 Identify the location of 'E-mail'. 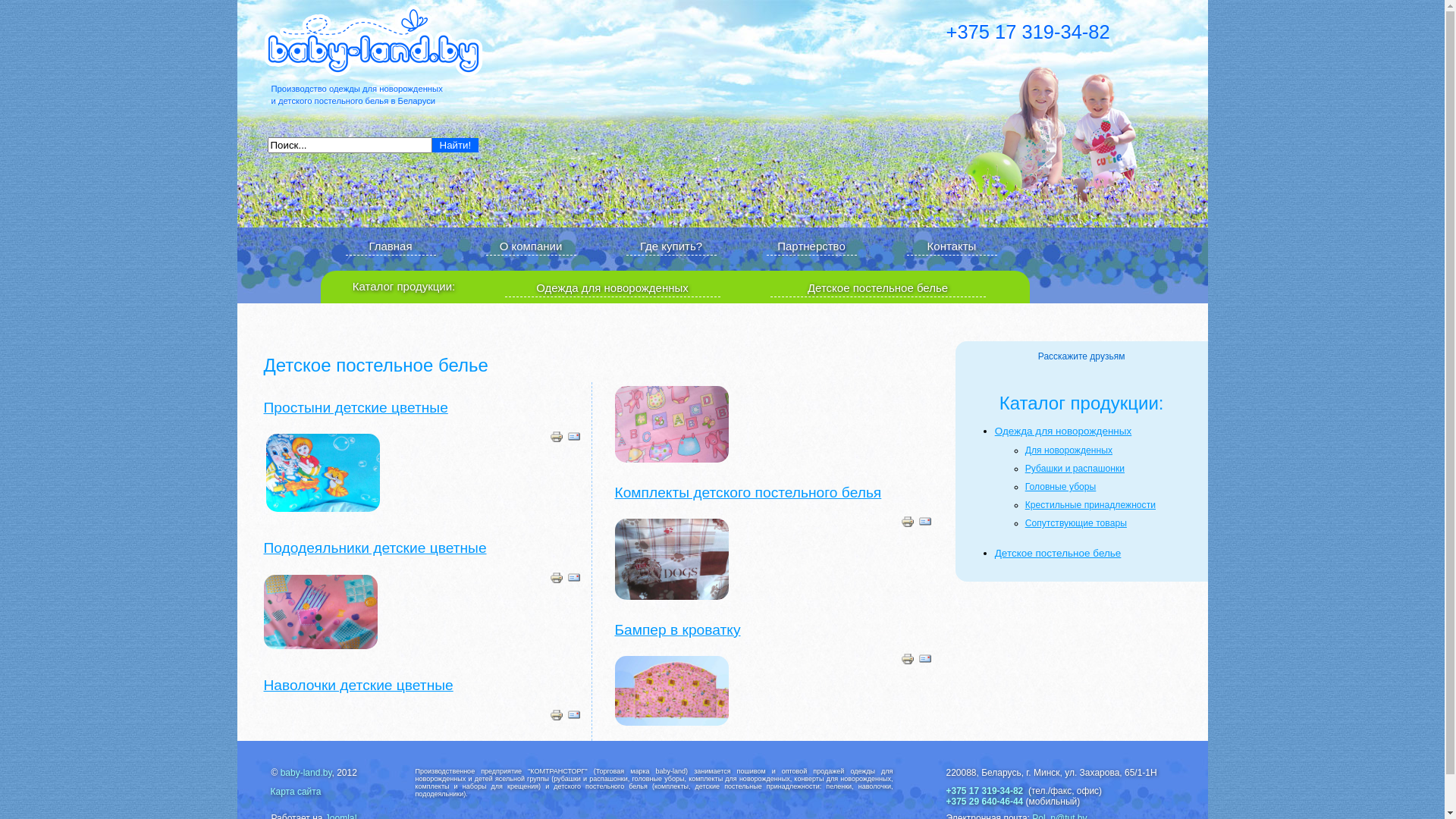
(573, 581).